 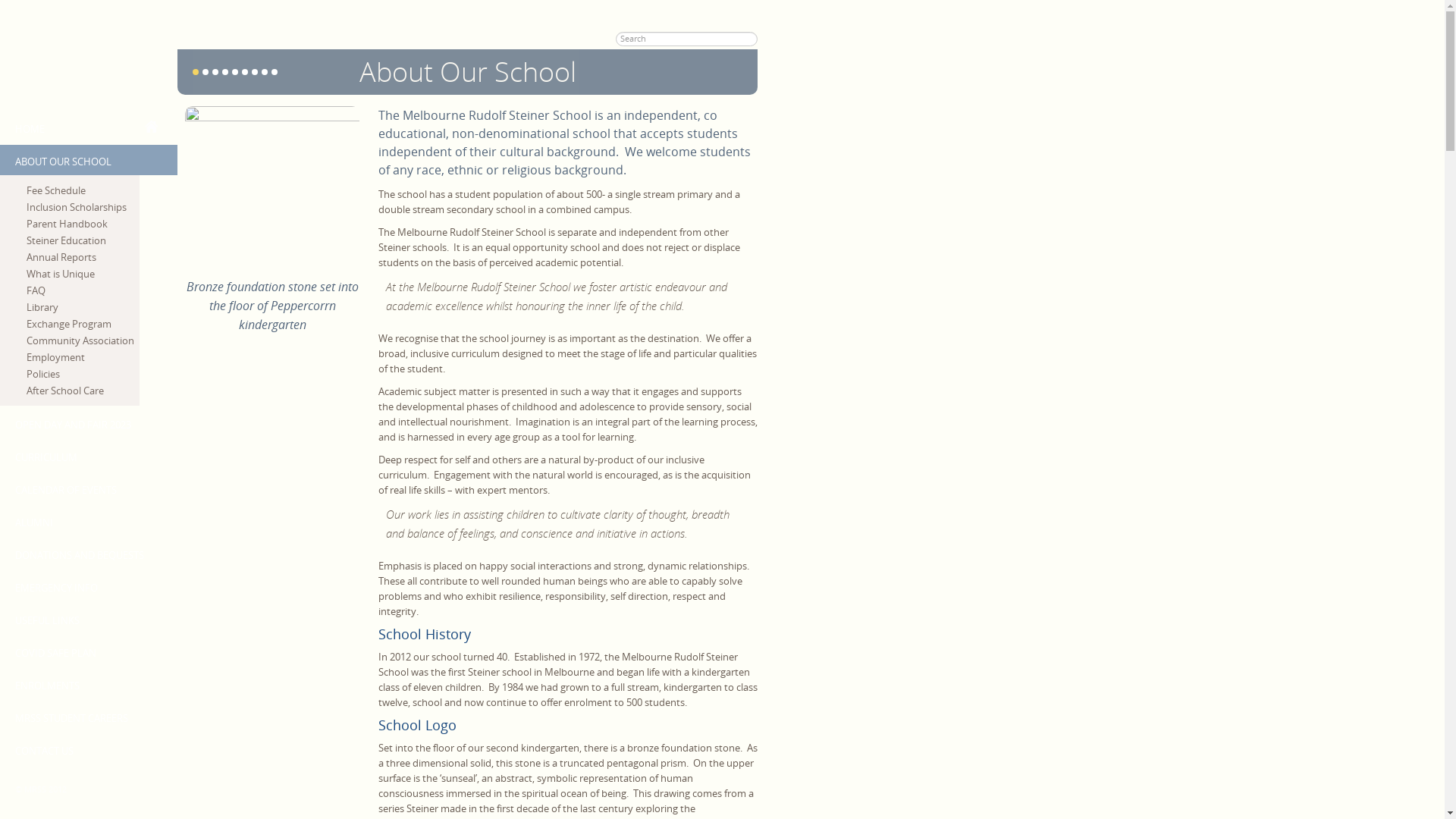 What do you see at coordinates (53, 8) in the screenshot?
I see `'Skip to primary content'` at bounding box center [53, 8].